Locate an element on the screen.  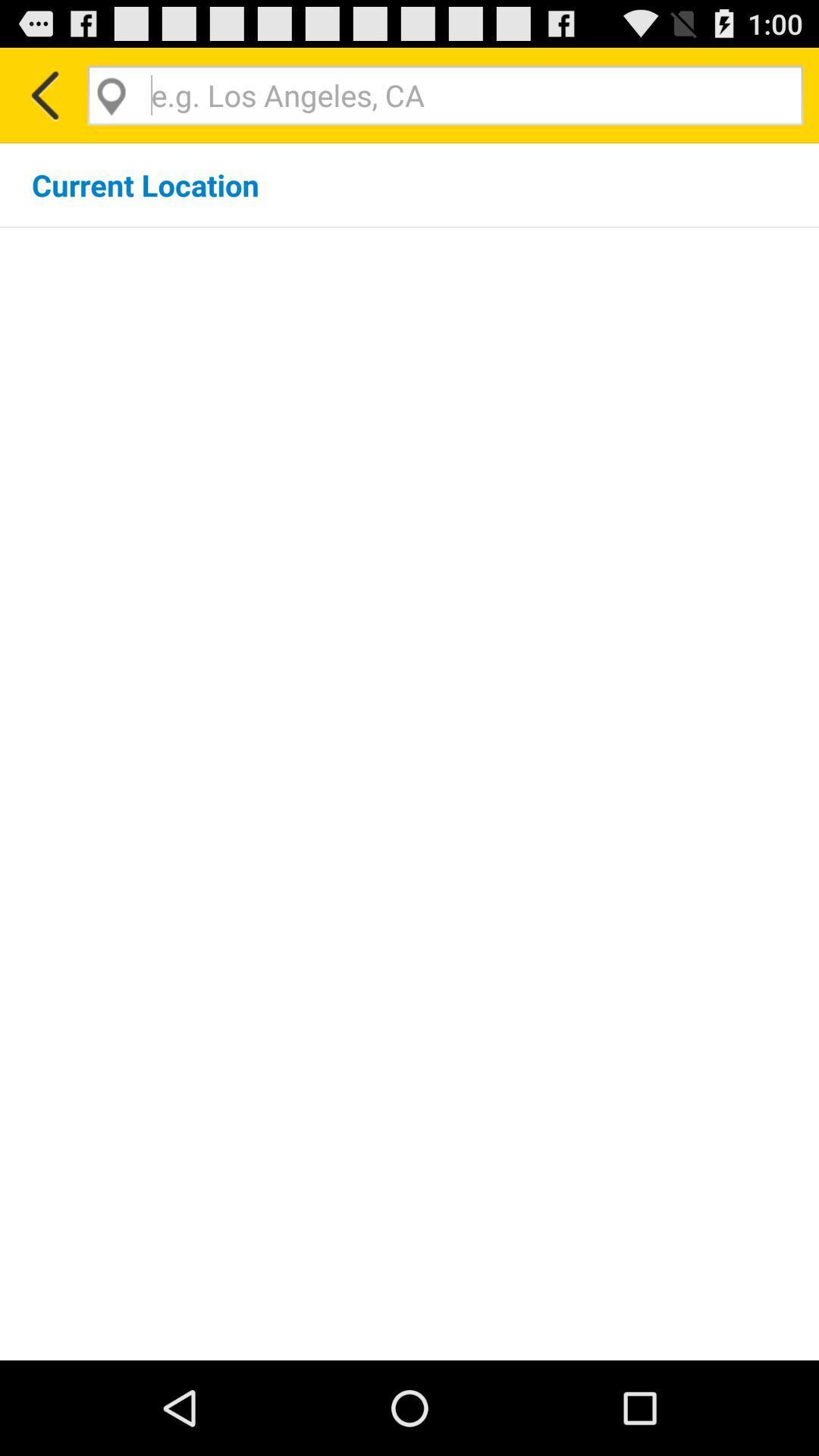
search is located at coordinates (444, 94).